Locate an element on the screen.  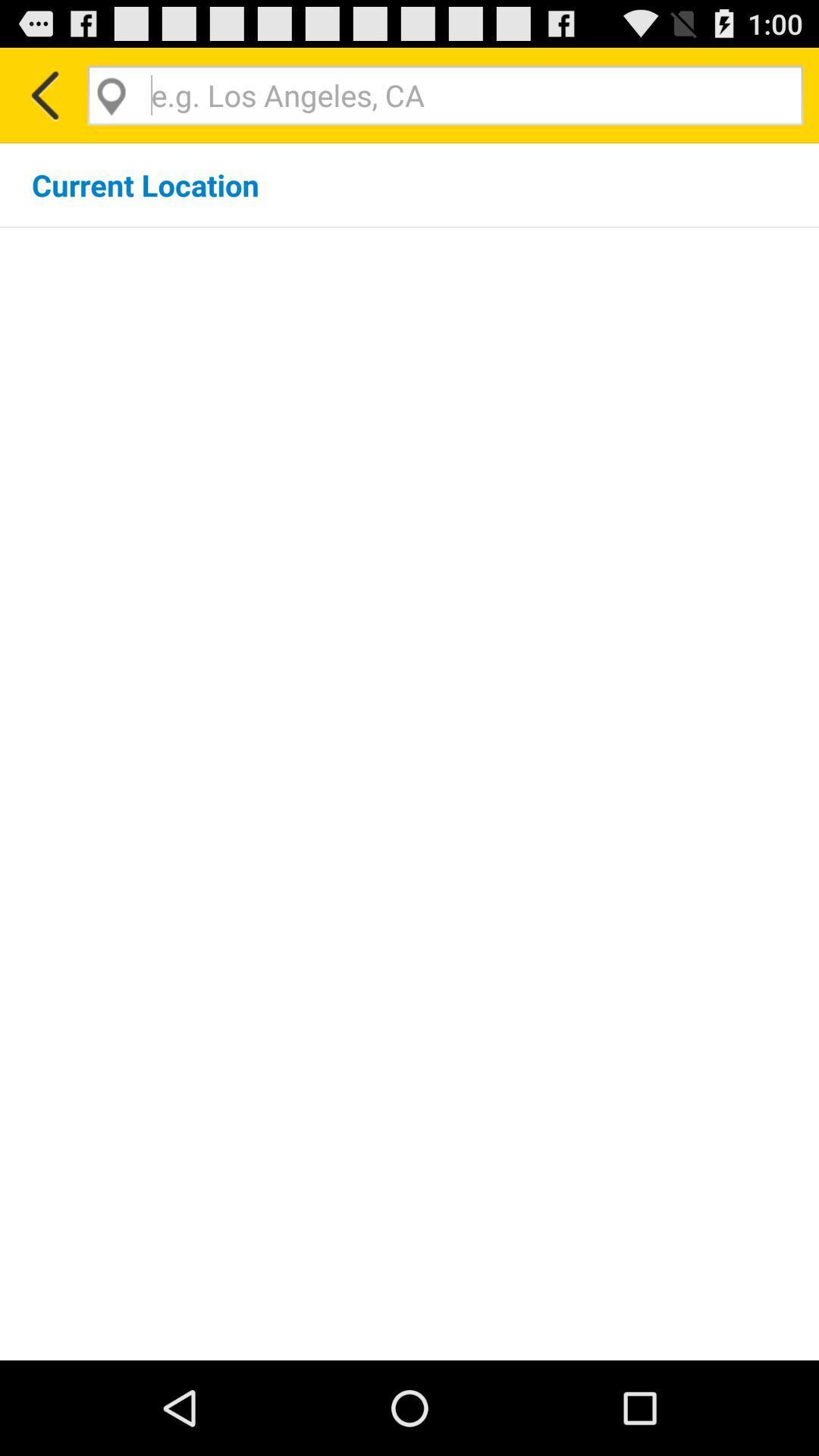
search is located at coordinates (444, 94).